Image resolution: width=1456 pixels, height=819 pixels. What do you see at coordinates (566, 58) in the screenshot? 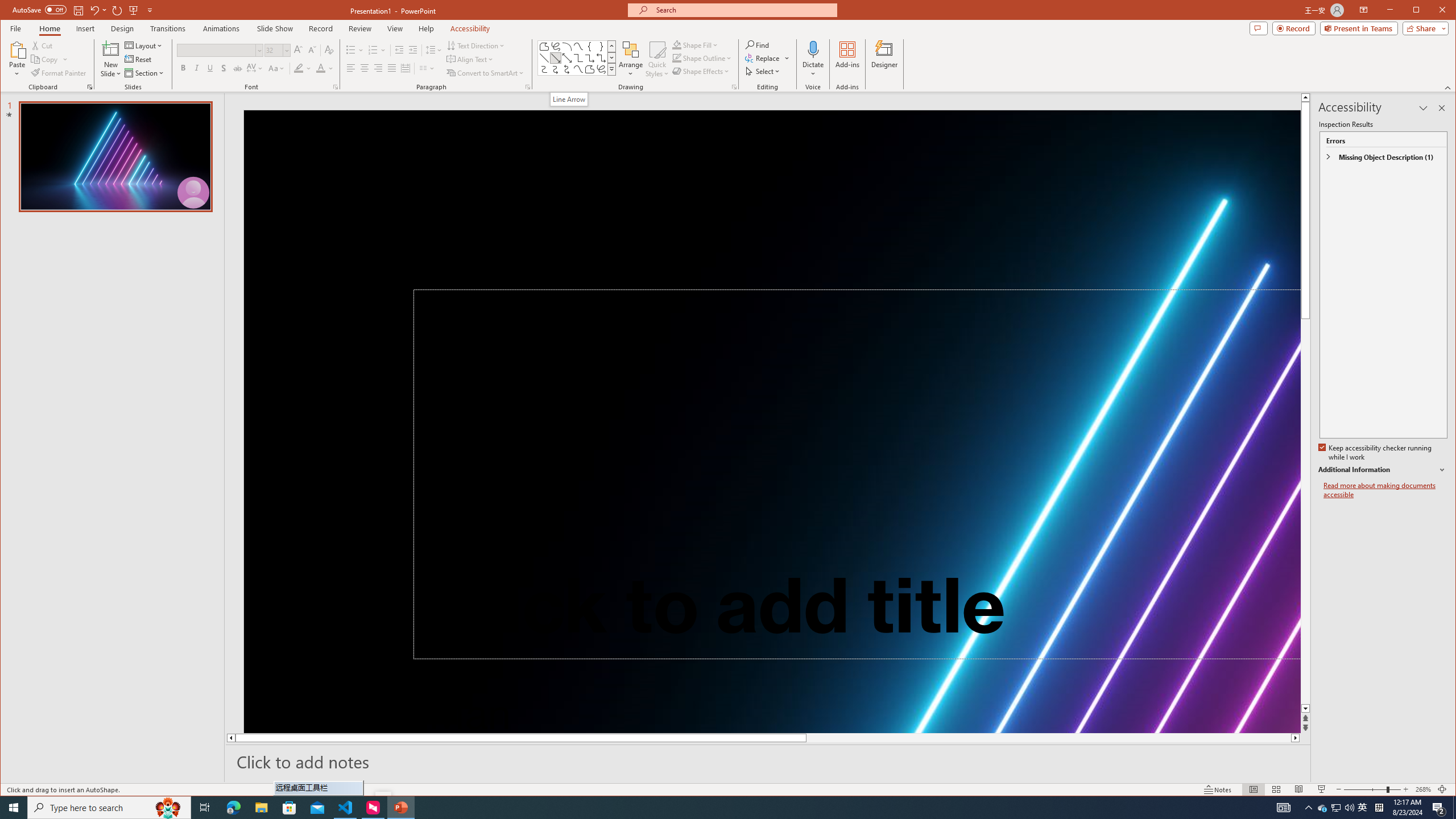
I see `'Line Arrow: Double'` at bounding box center [566, 58].